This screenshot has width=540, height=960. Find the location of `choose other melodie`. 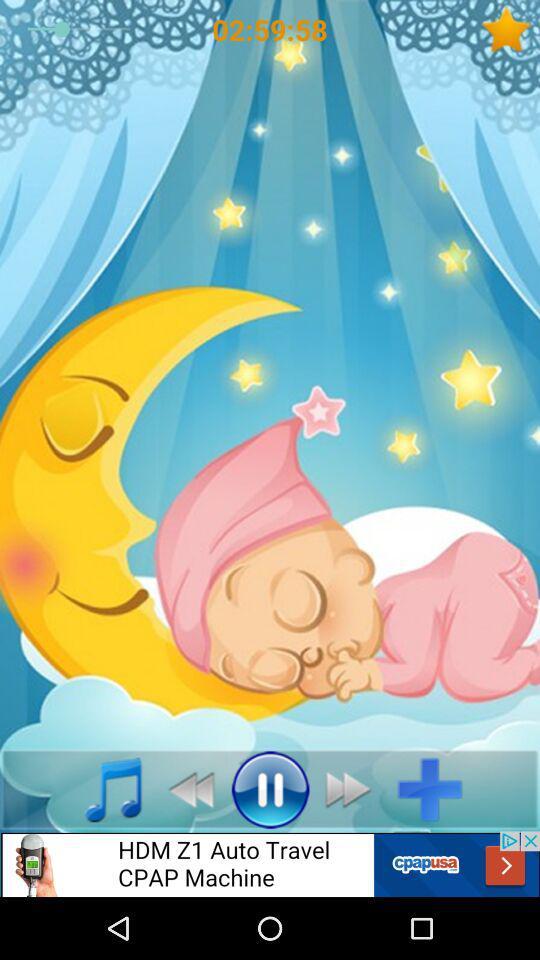

choose other melodie is located at coordinates (102, 789).